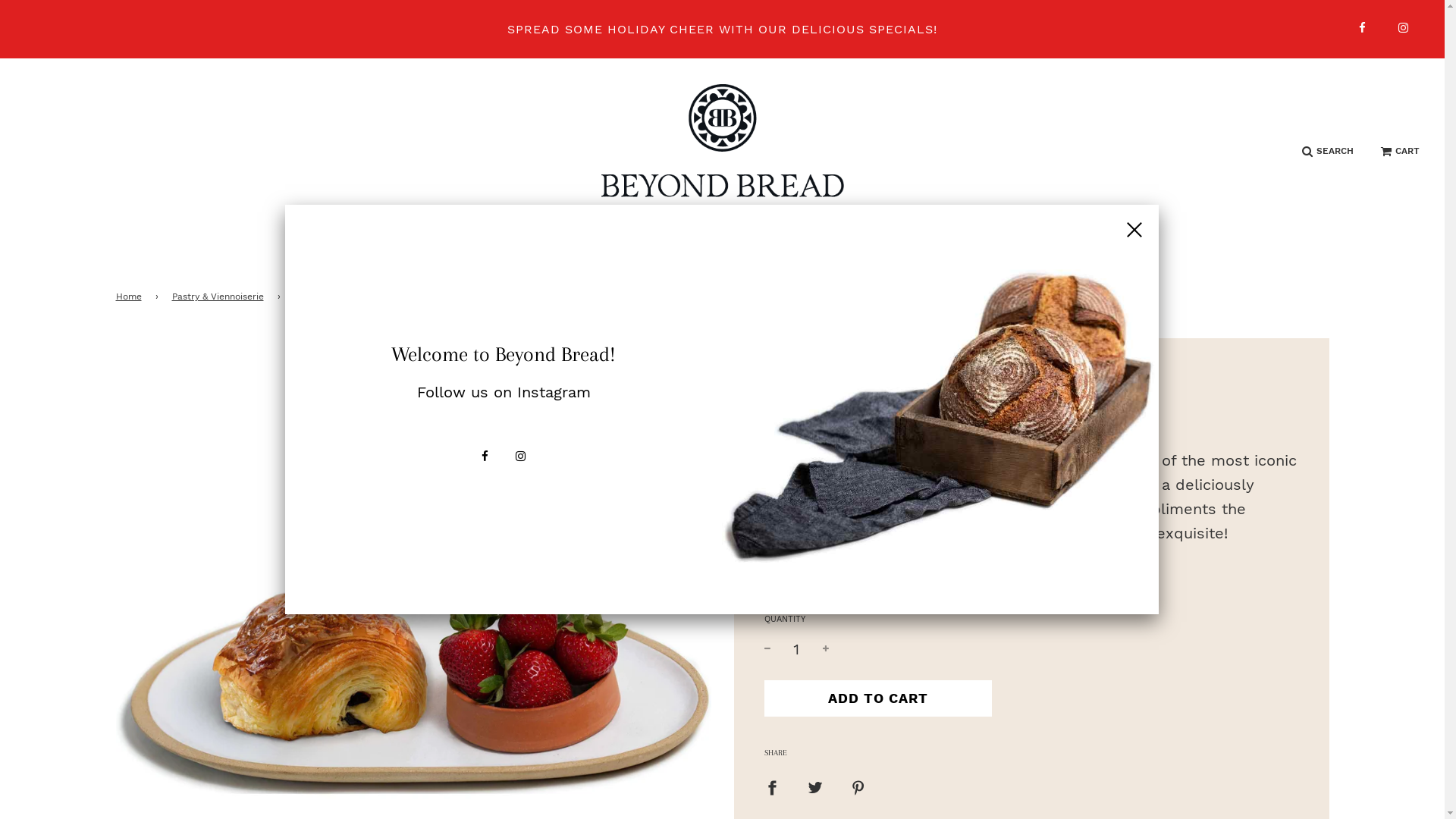 This screenshot has height=819, width=1456. Describe the element at coordinates (218, 297) in the screenshot. I see `'Pastry & Viennoiserie'` at that location.